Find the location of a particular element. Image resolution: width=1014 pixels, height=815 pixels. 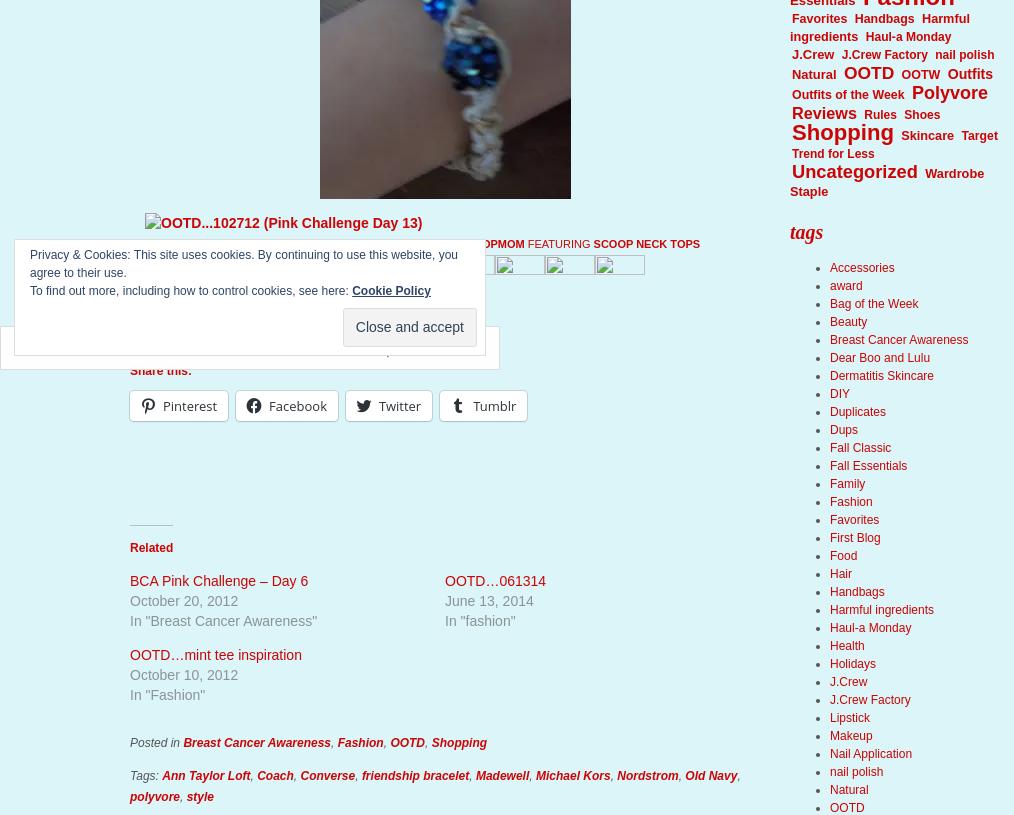

'Holidays' is located at coordinates (851, 662).